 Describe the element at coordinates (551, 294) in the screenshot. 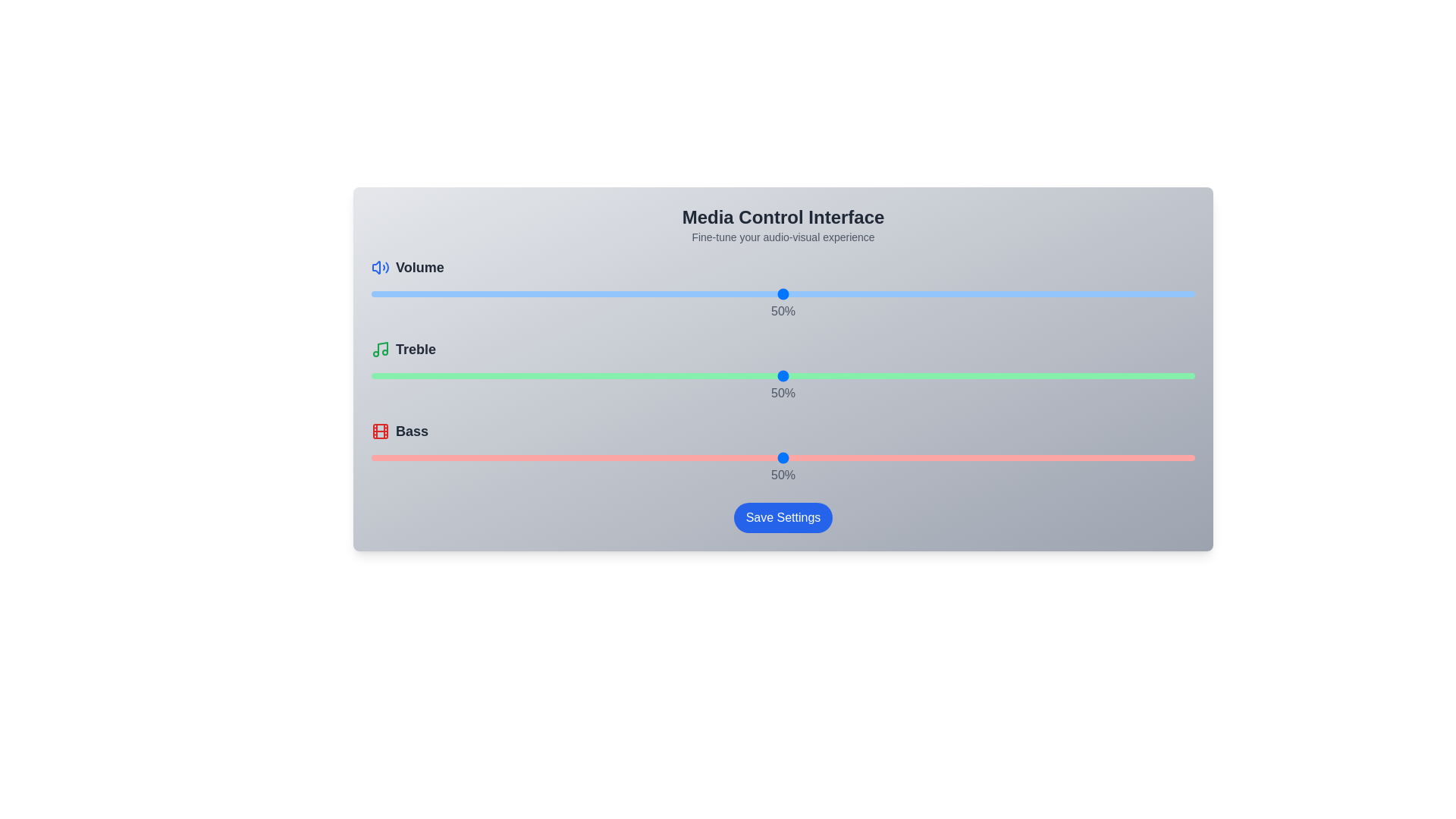

I see `the slider value` at that location.